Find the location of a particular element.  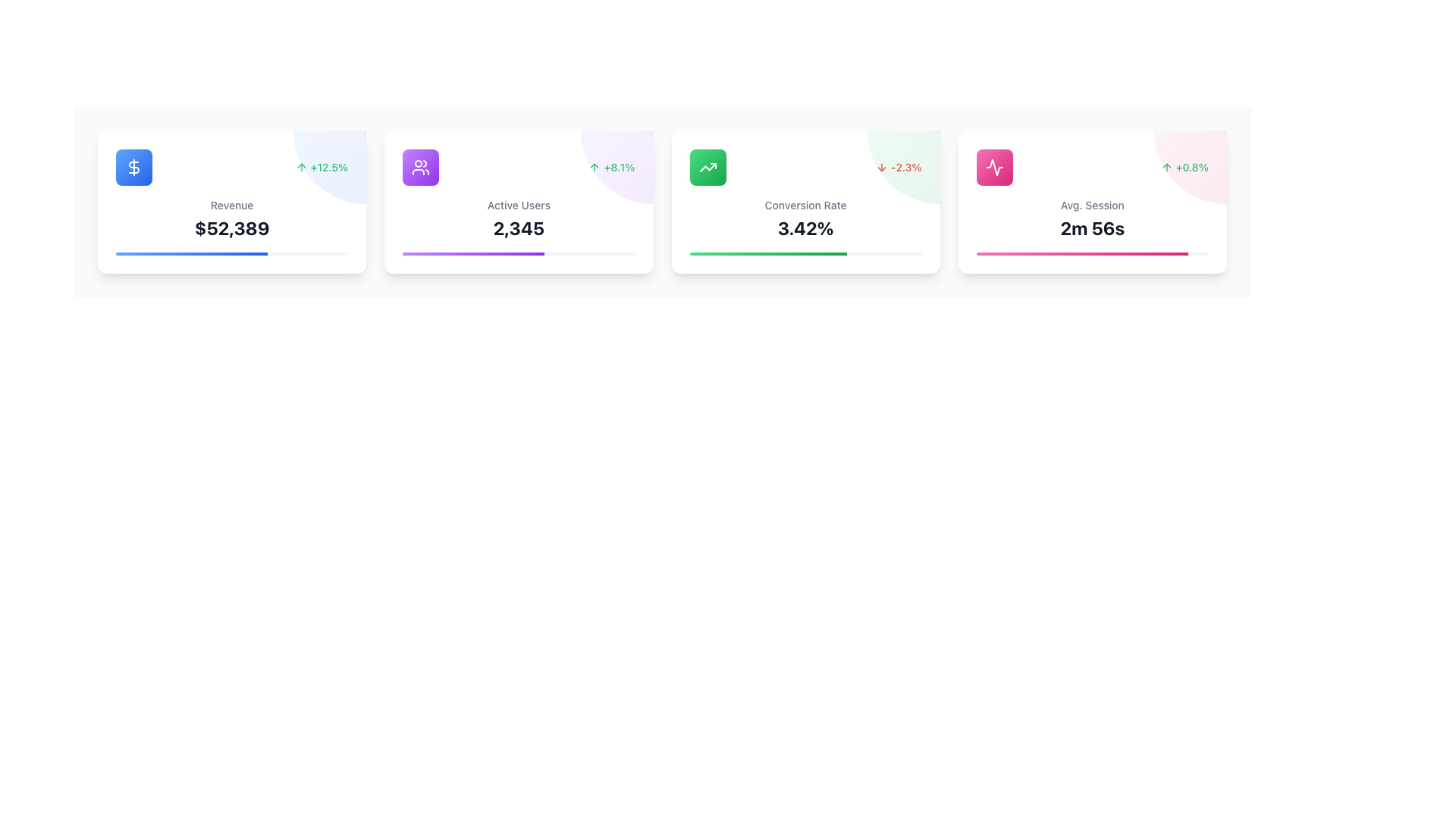

the 'Avg. Session' icon located in the top-left corner of the 'Avg. Session' card, which is the fourth card in a series of horizontally aligned information cards is located at coordinates (994, 167).